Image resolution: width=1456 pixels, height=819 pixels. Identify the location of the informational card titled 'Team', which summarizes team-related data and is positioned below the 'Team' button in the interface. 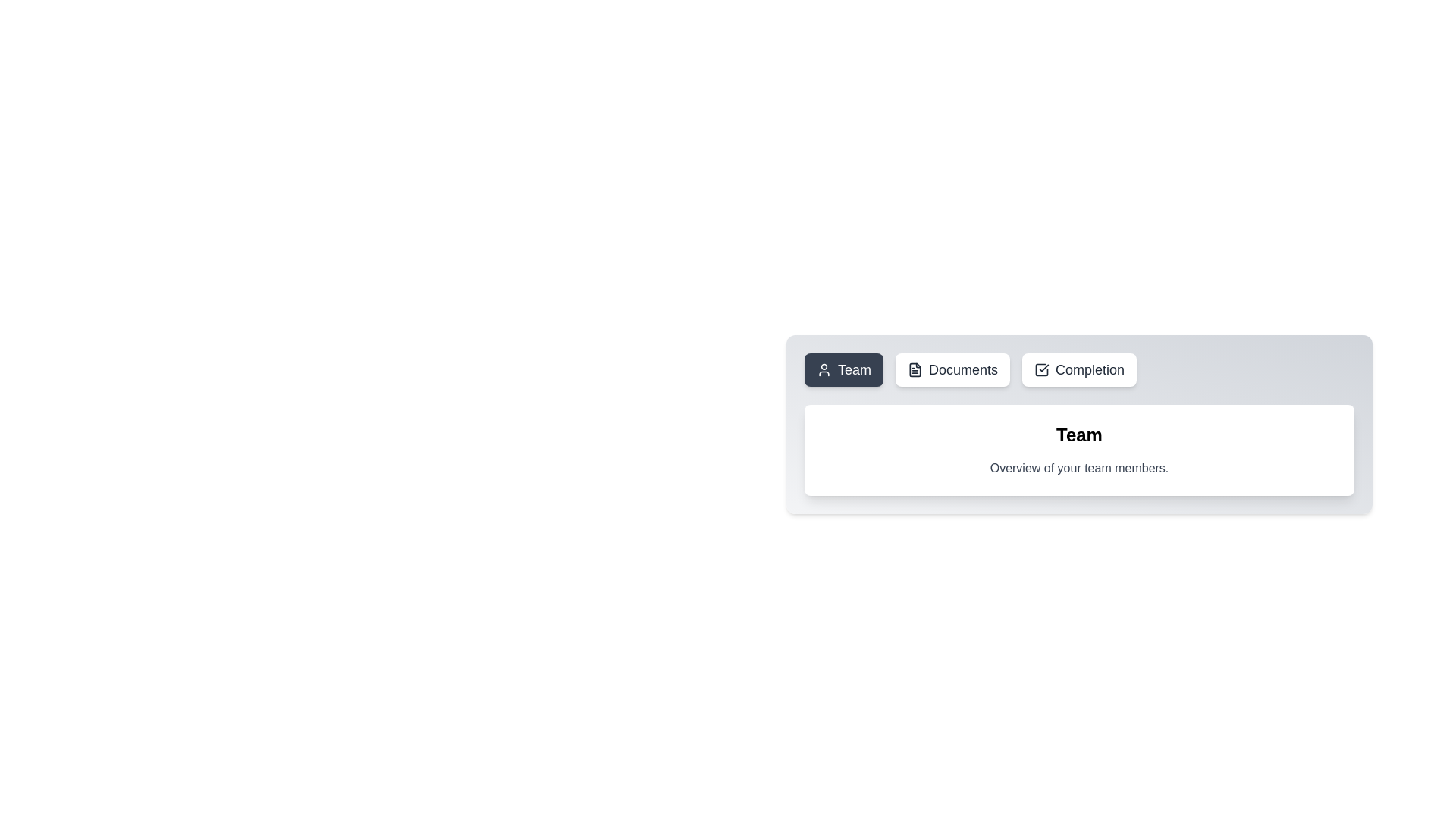
(1078, 450).